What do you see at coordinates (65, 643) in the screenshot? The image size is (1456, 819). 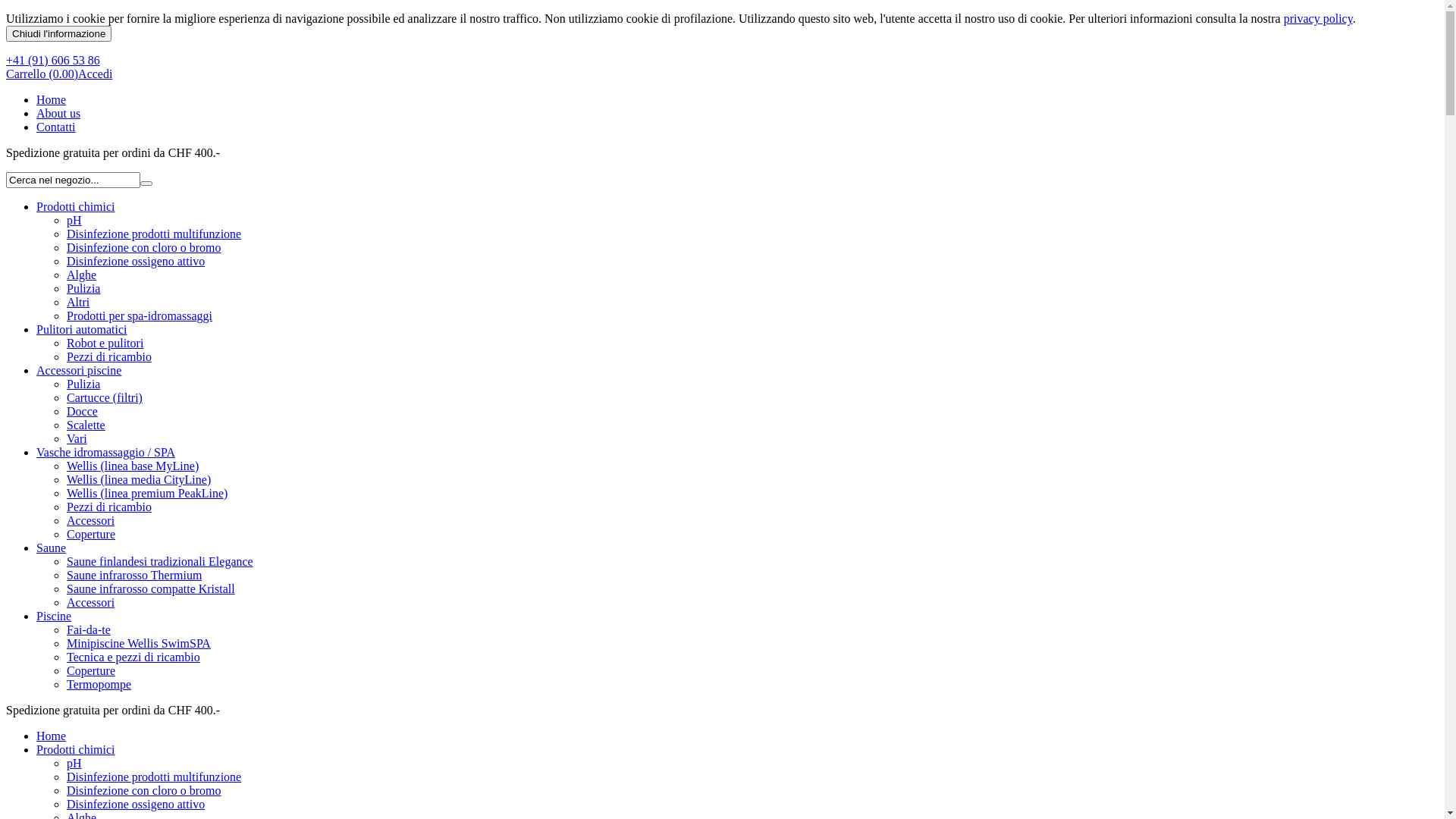 I see `'Minipiscine Wellis SwimSPA'` at bounding box center [65, 643].